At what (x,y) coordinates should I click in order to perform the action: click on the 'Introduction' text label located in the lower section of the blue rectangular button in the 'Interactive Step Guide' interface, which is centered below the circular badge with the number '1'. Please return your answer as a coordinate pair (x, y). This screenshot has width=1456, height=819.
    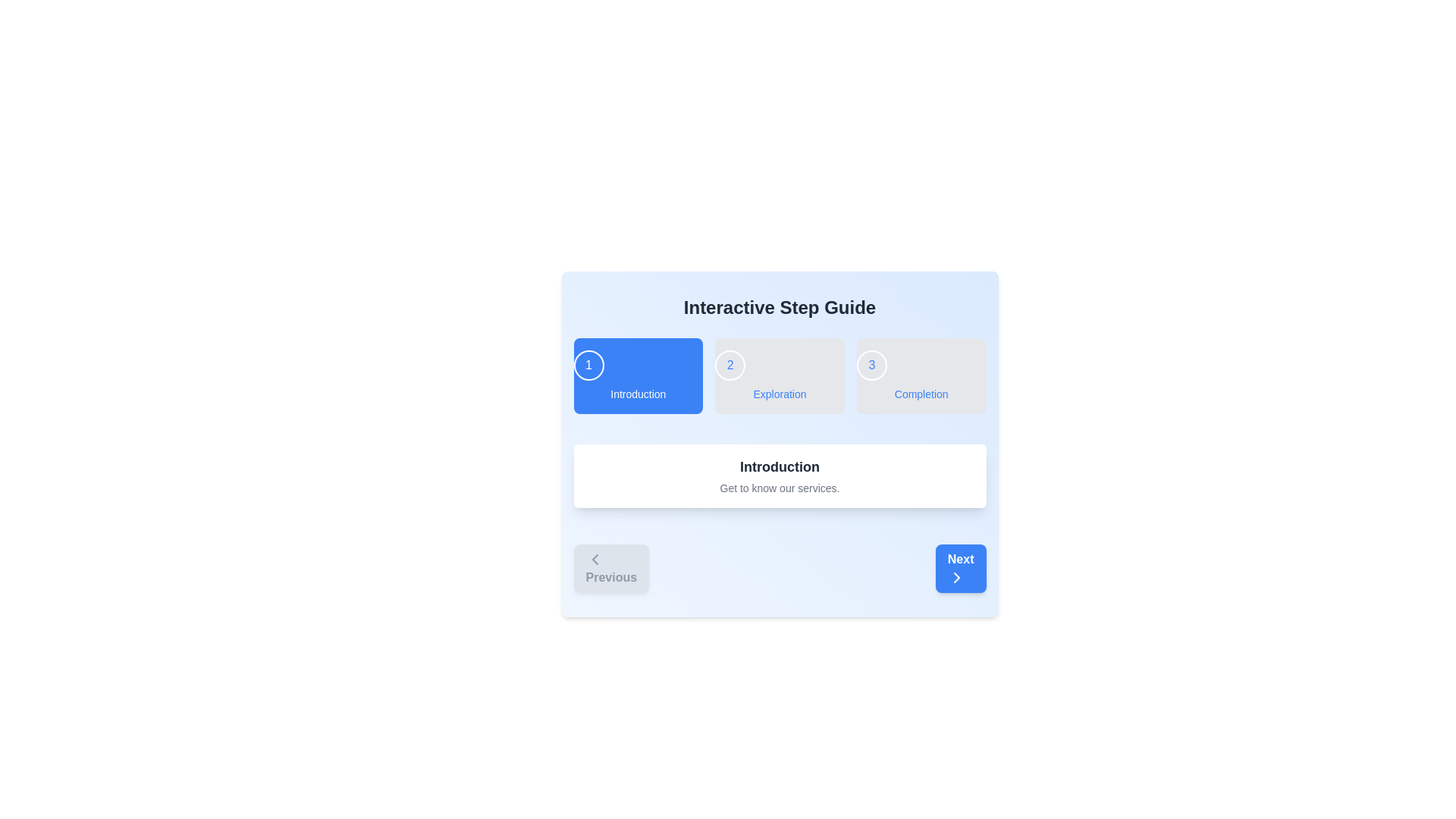
    Looking at the image, I should click on (638, 394).